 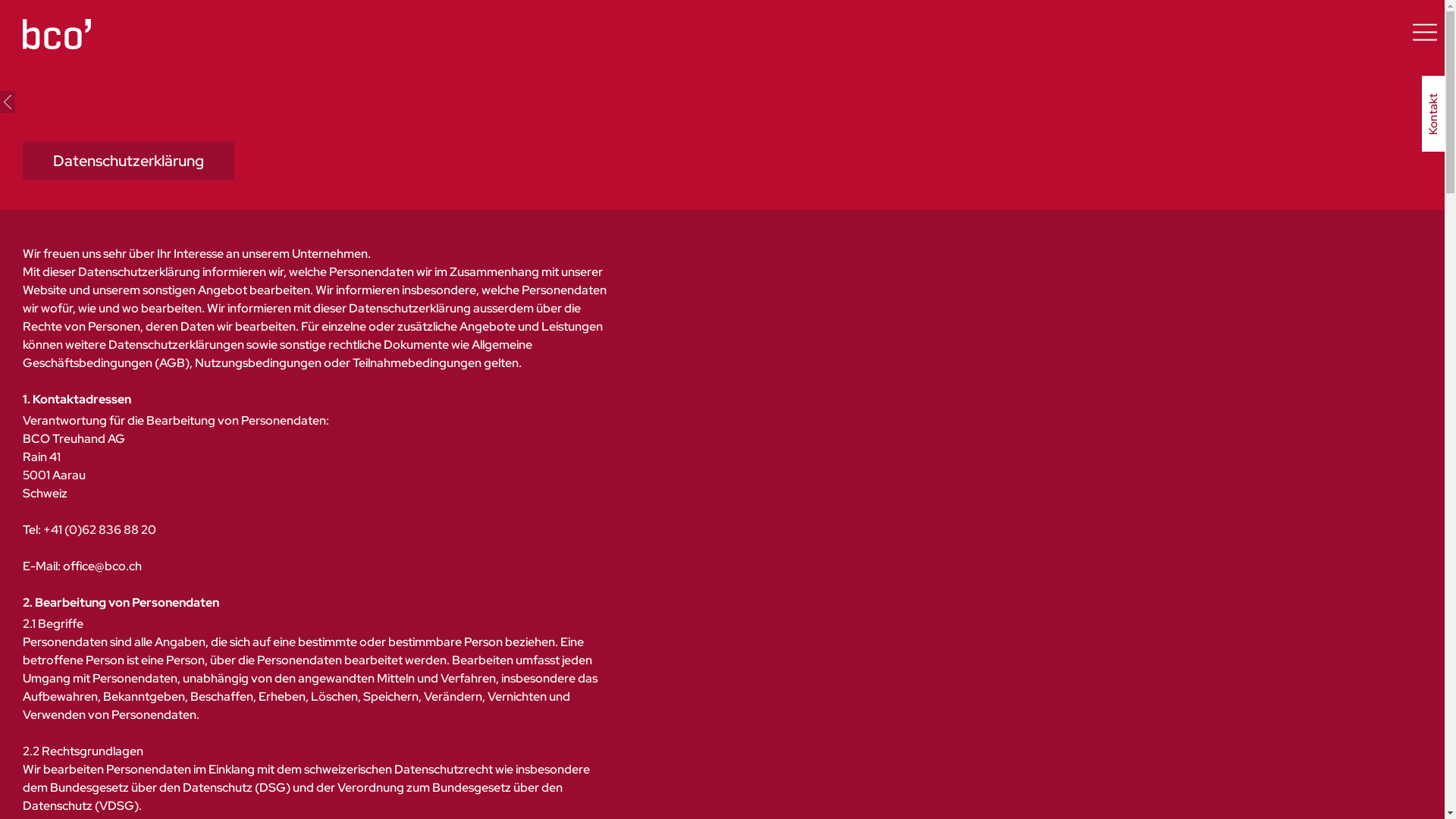 I want to click on 'office@bco.ch', so click(x=101, y=566).